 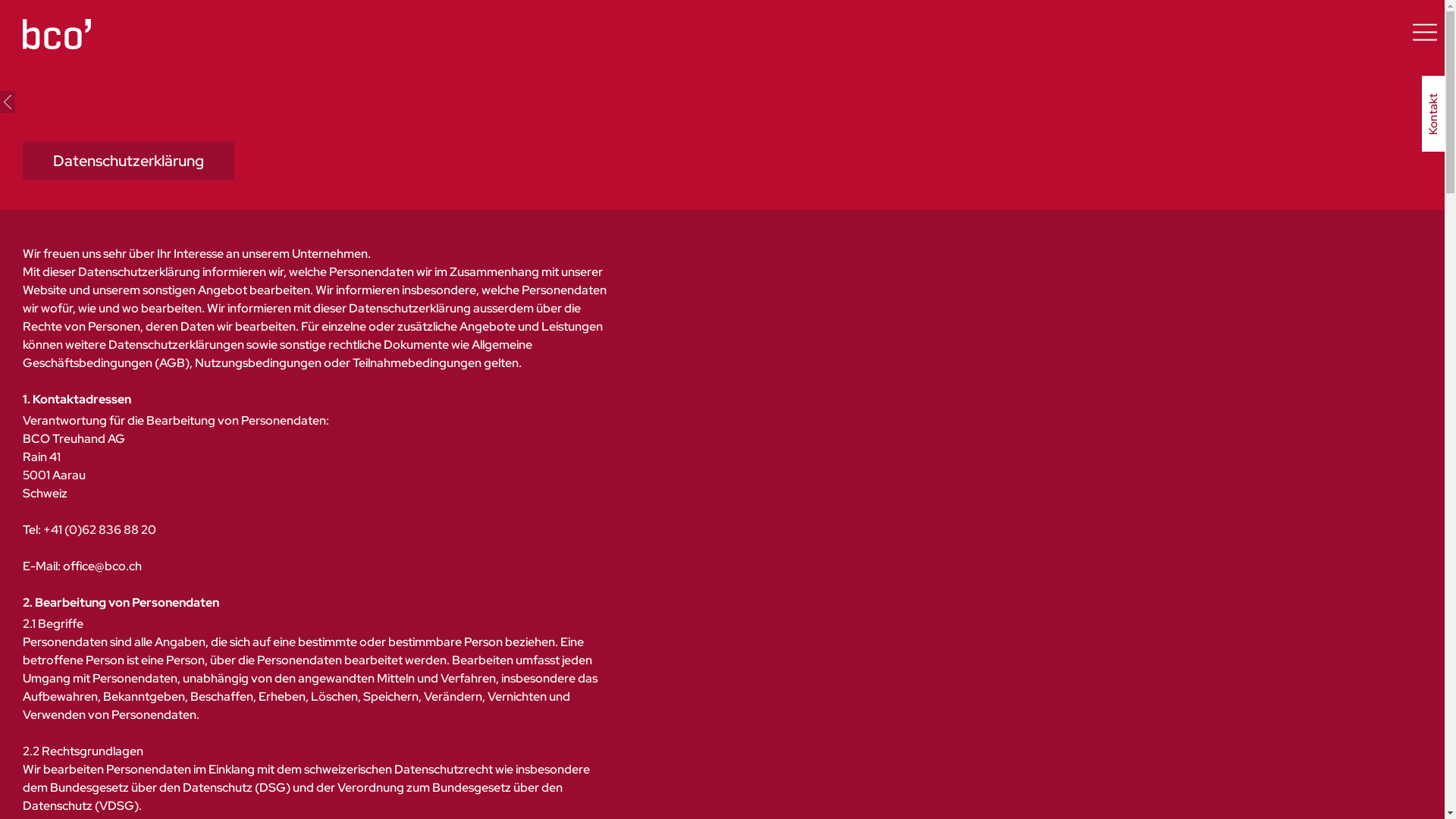 I want to click on 'office@bco.ch', so click(x=101, y=566).